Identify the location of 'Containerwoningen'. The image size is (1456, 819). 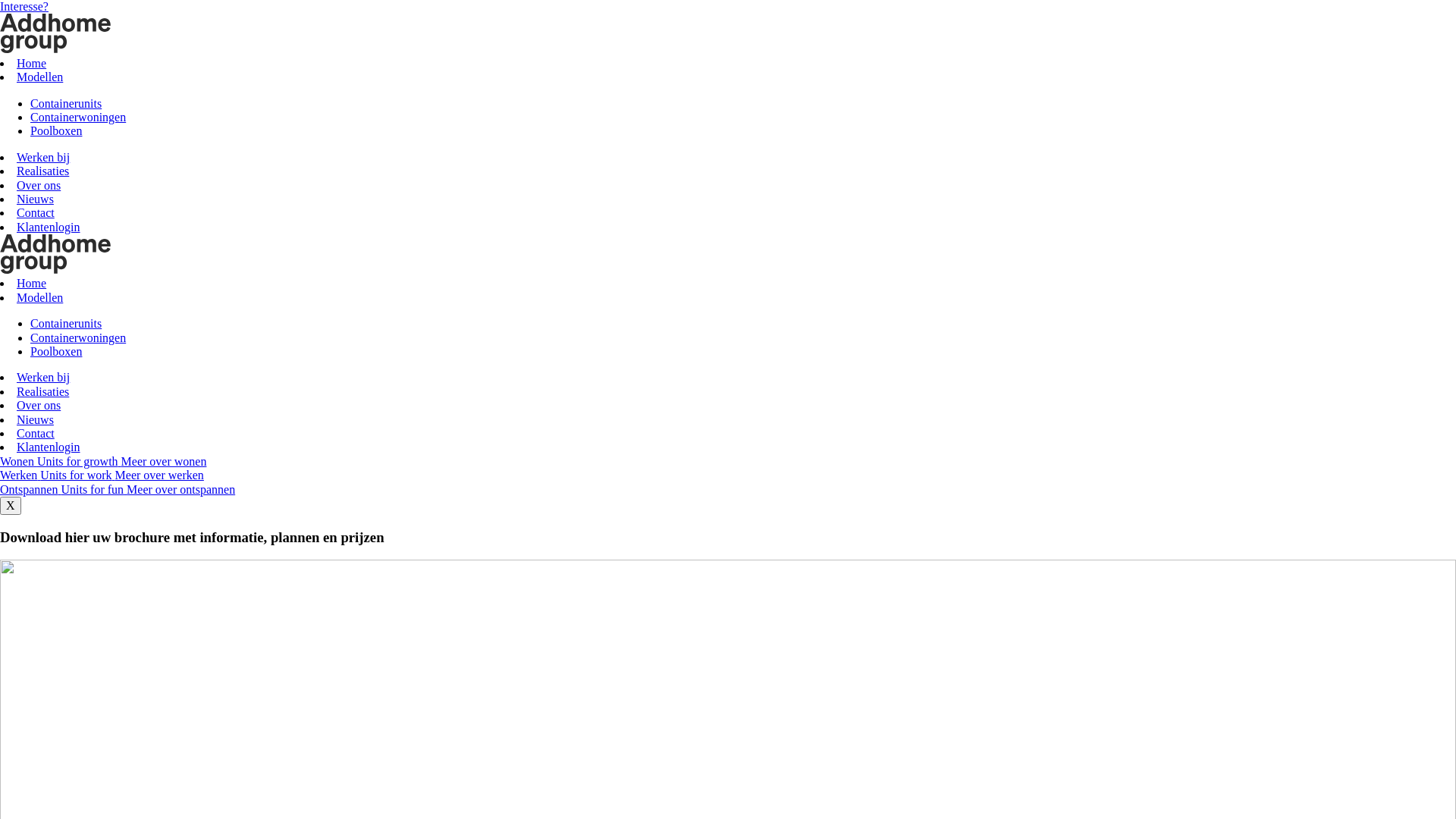
(77, 116).